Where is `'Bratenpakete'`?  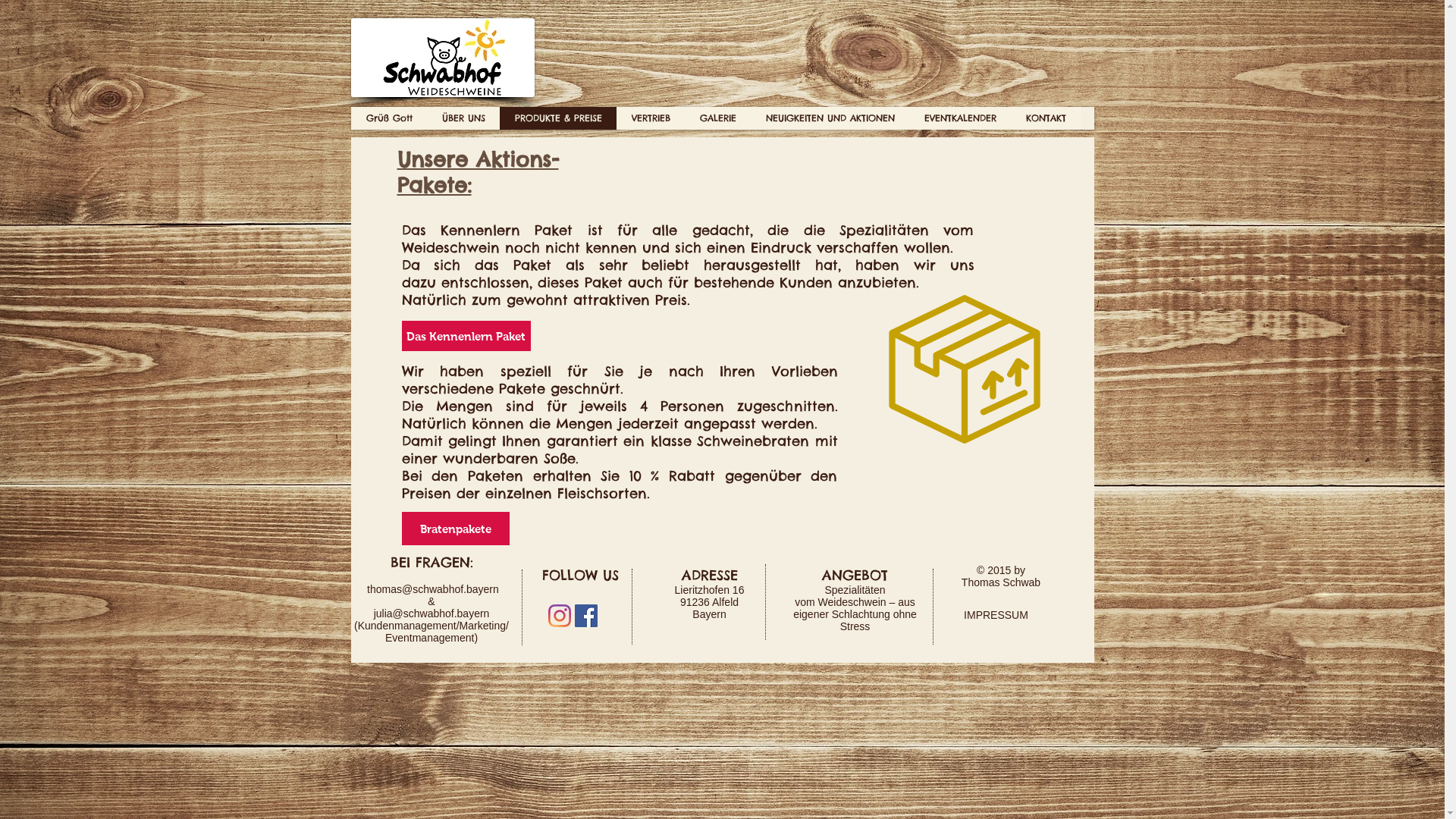 'Bratenpakete' is located at coordinates (454, 528).